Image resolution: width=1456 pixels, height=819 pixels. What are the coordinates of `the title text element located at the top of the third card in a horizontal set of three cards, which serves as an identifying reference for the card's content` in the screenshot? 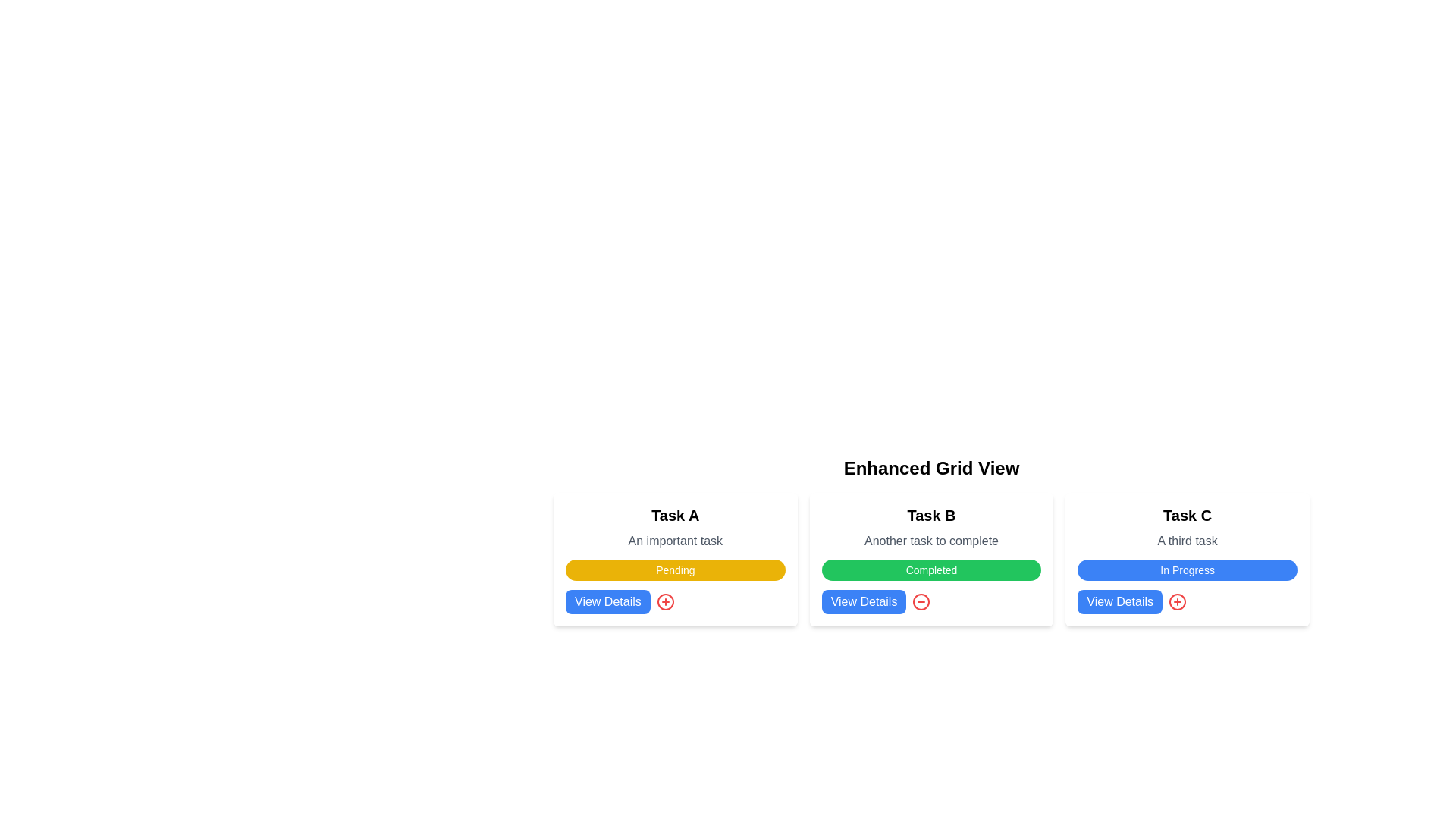 It's located at (1187, 514).